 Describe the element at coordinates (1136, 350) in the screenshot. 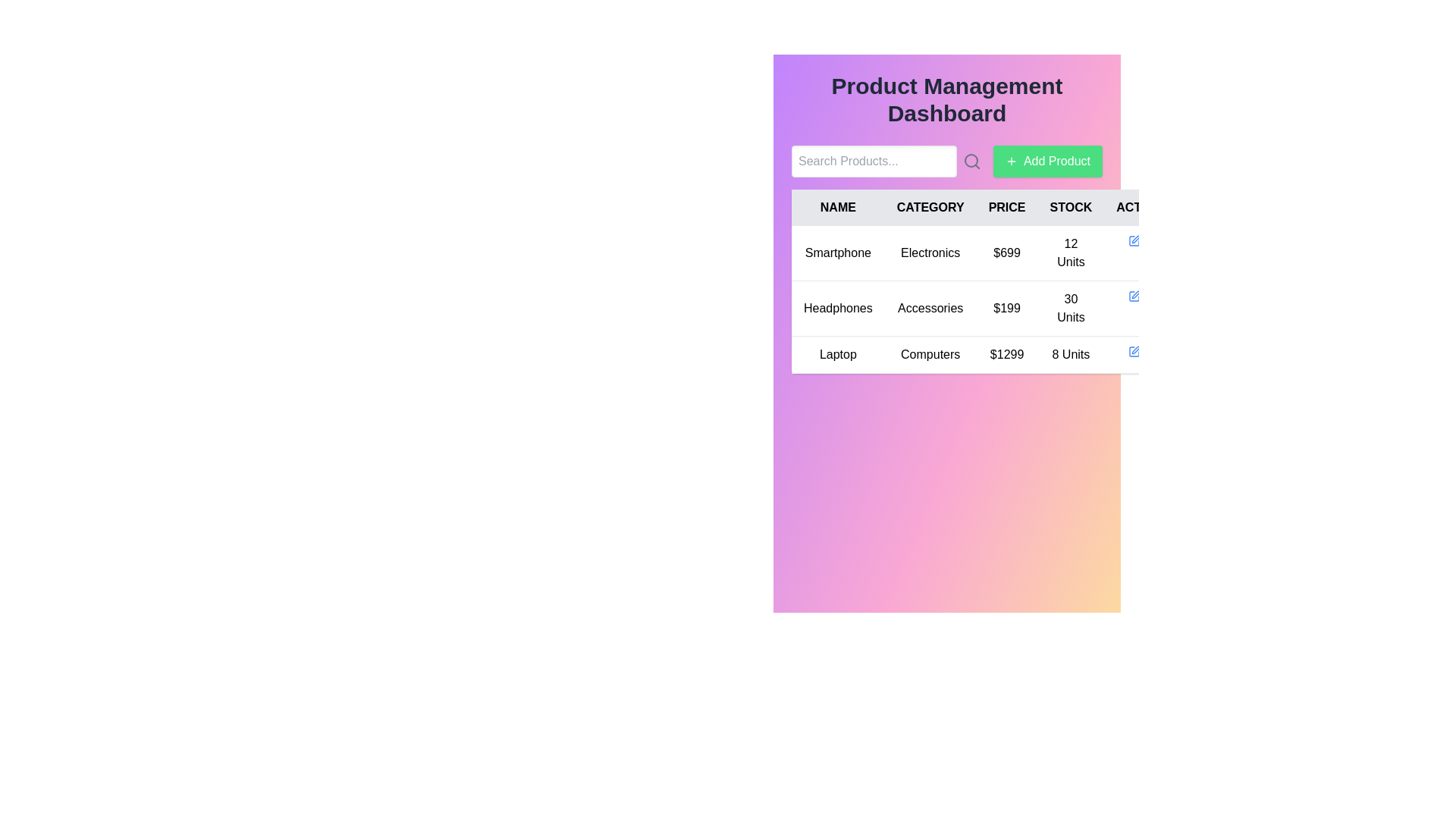

I see `the small icon-shaped SVG graphic representing a delete or remove action, located in the action column of the last row in the data table` at that location.